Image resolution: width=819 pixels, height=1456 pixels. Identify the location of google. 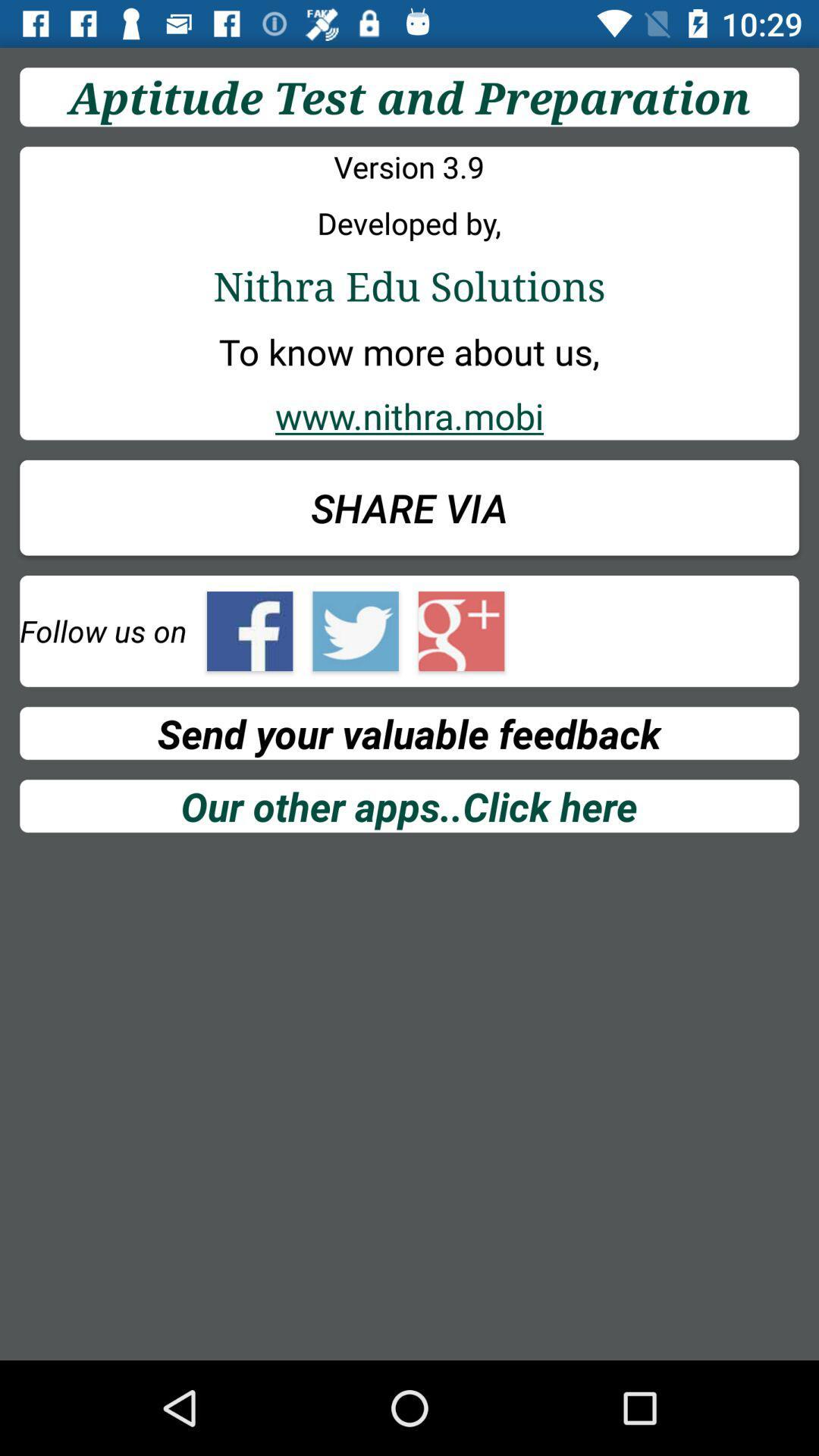
(460, 631).